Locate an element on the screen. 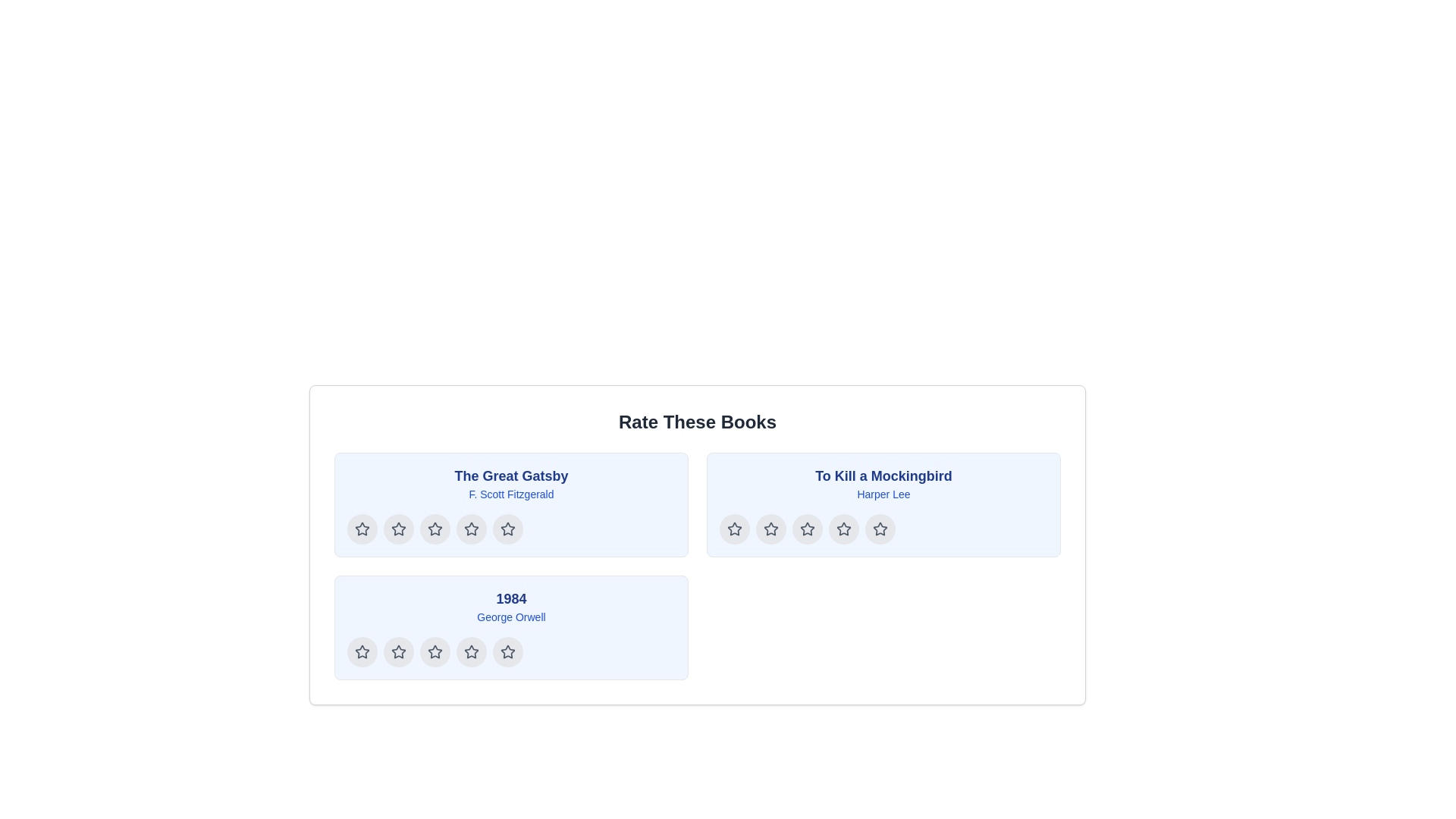 Image resolution: width=1456 pixels, height=819 pixels. the text label displaying 'The Great Gatsby' in a large, bold font and dark blue color, which is positioned inside a light blue box in the 'Rate These Books' section is located at coordinates (511, 475).